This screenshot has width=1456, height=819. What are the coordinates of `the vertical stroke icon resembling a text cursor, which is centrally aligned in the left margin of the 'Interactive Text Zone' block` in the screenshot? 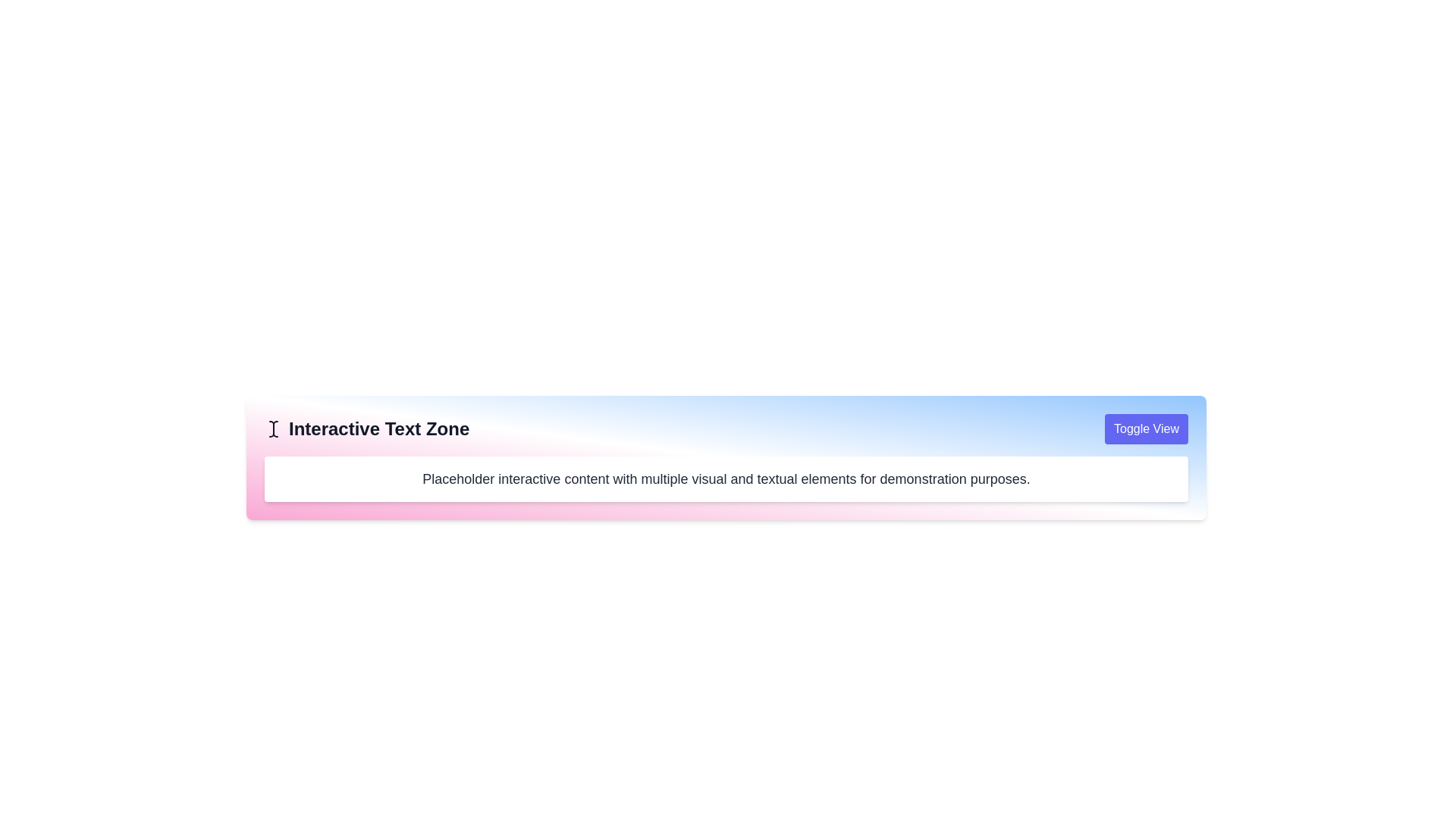 It's located at (275, 429).